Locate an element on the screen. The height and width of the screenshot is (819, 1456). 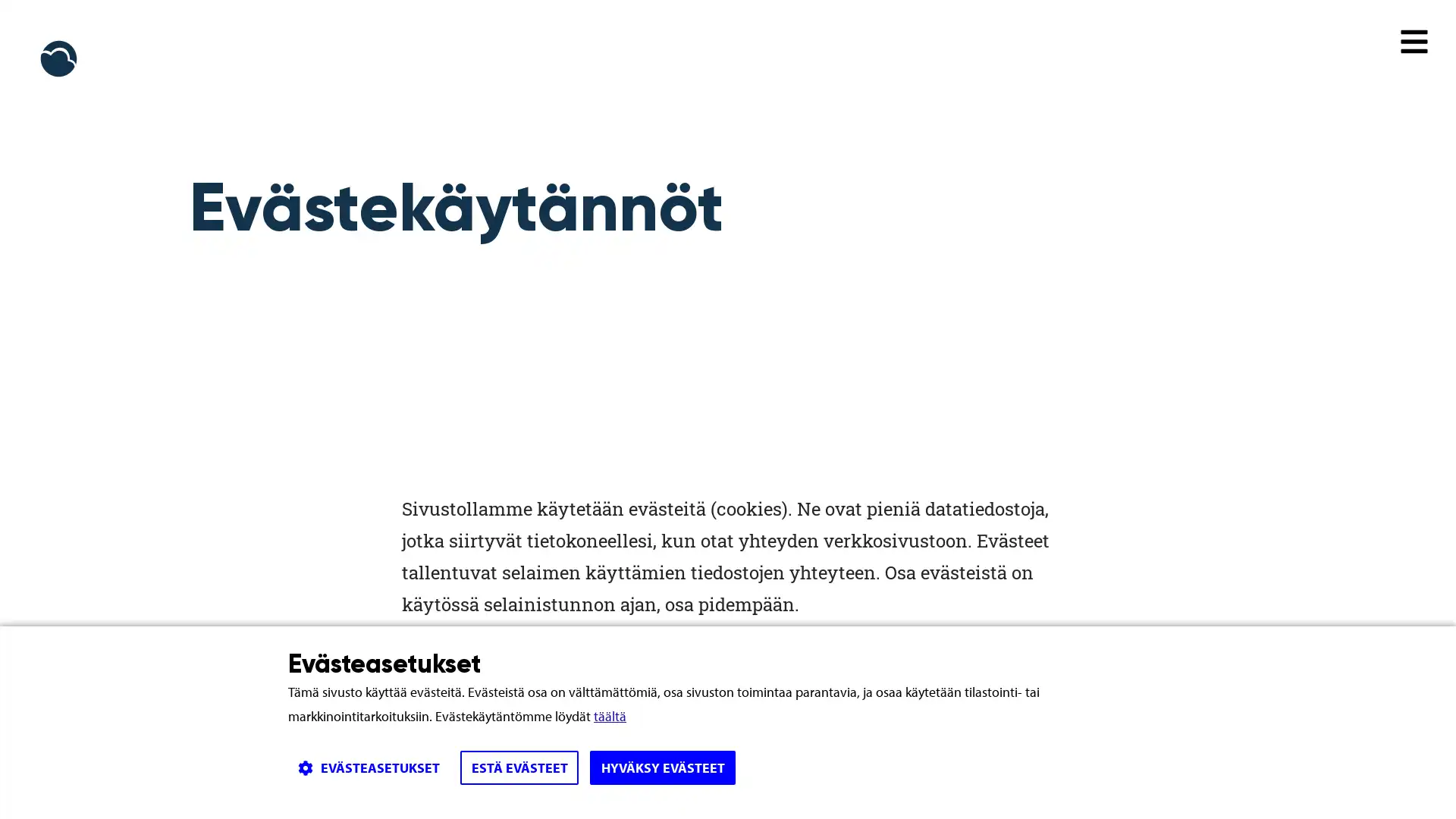
EVASTEASETUKSET is located at coordinates (368, 767).